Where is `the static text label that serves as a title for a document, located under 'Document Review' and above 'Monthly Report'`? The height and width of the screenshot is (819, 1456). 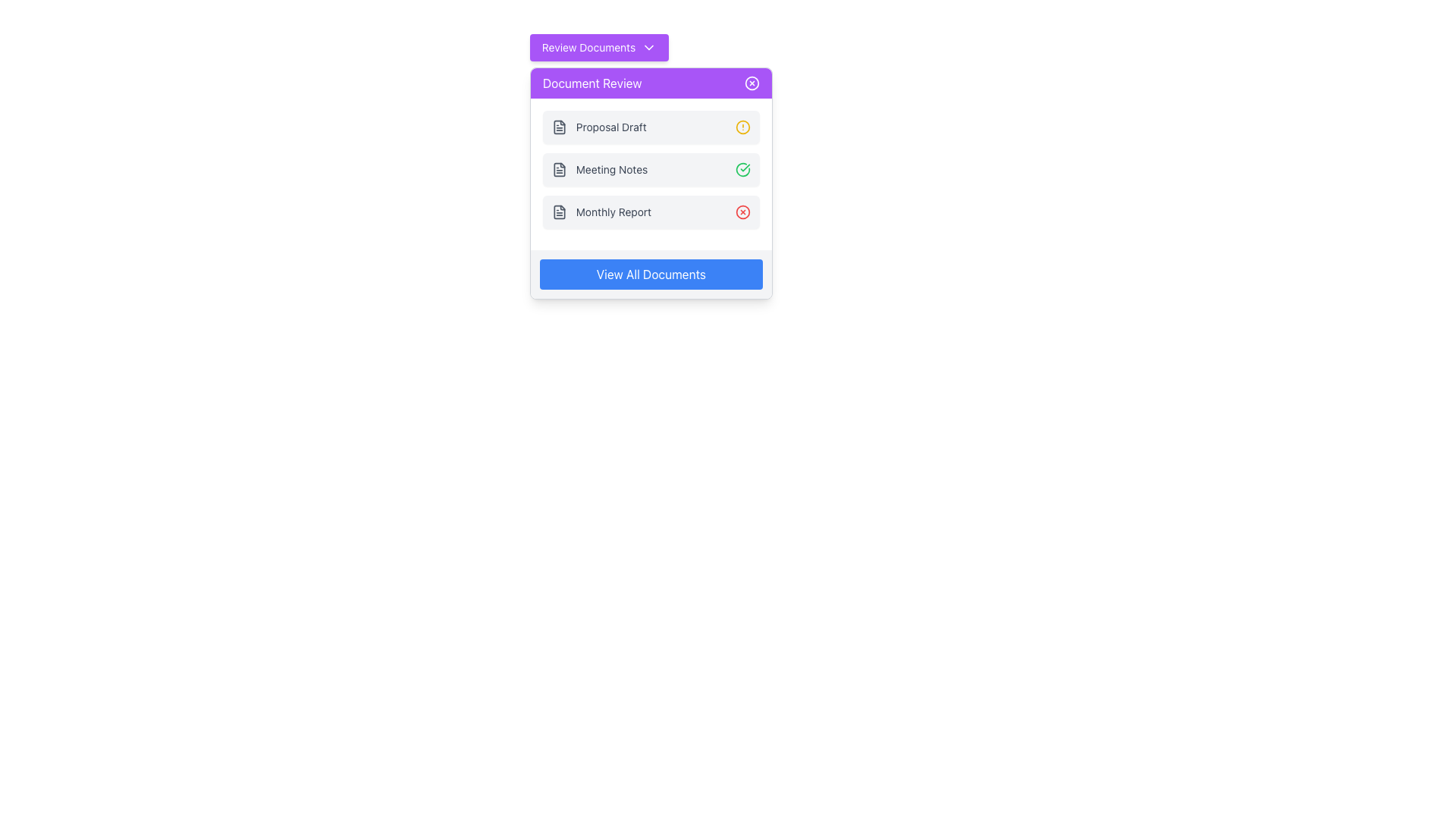
the static text label that serves as a title for a document, located under 'Document Review' and above 'Monthly Report' is located at coordinates (611, 169).